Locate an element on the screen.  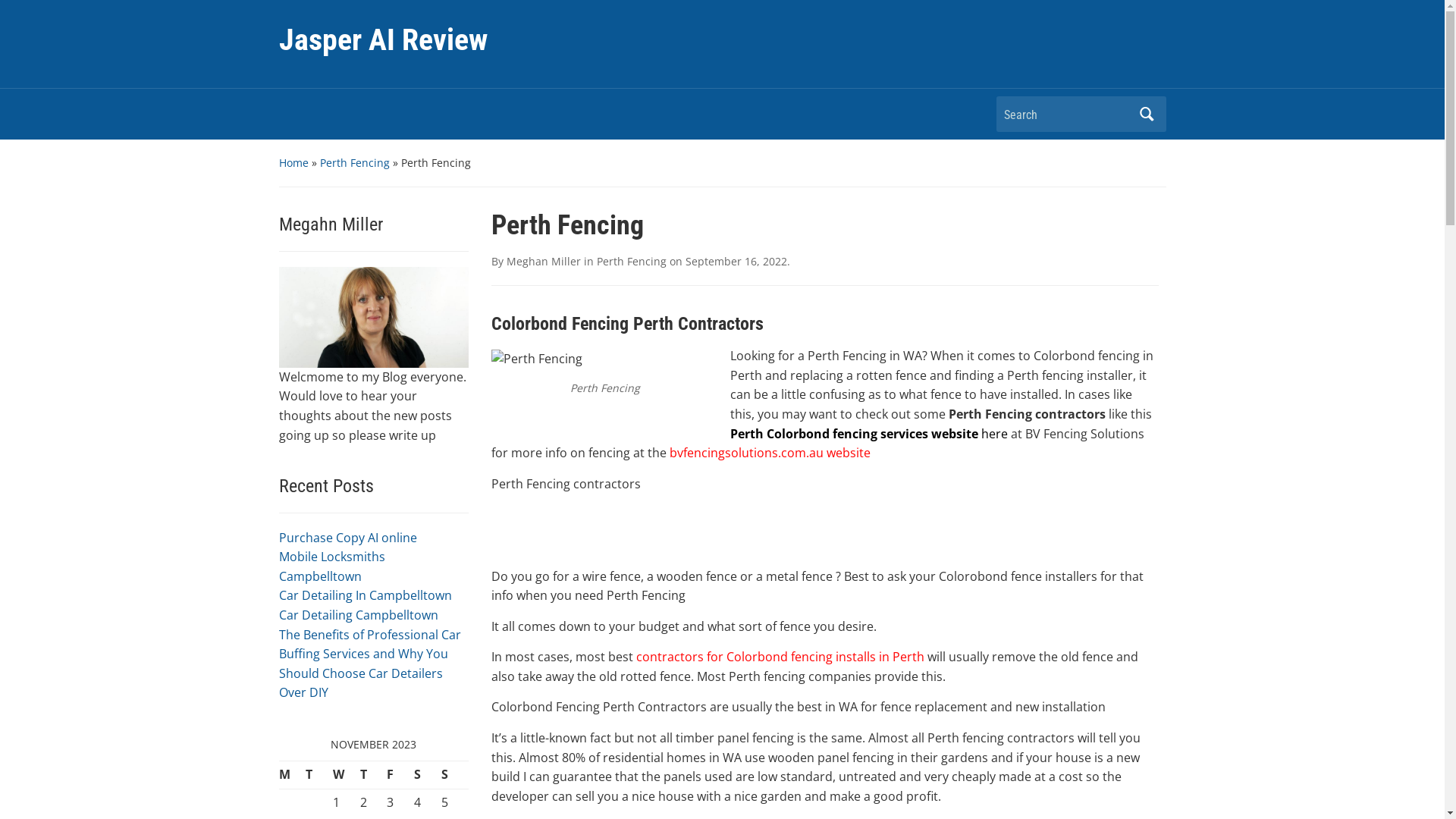
'September 16, 2022' is located at coordinates (684, 260).